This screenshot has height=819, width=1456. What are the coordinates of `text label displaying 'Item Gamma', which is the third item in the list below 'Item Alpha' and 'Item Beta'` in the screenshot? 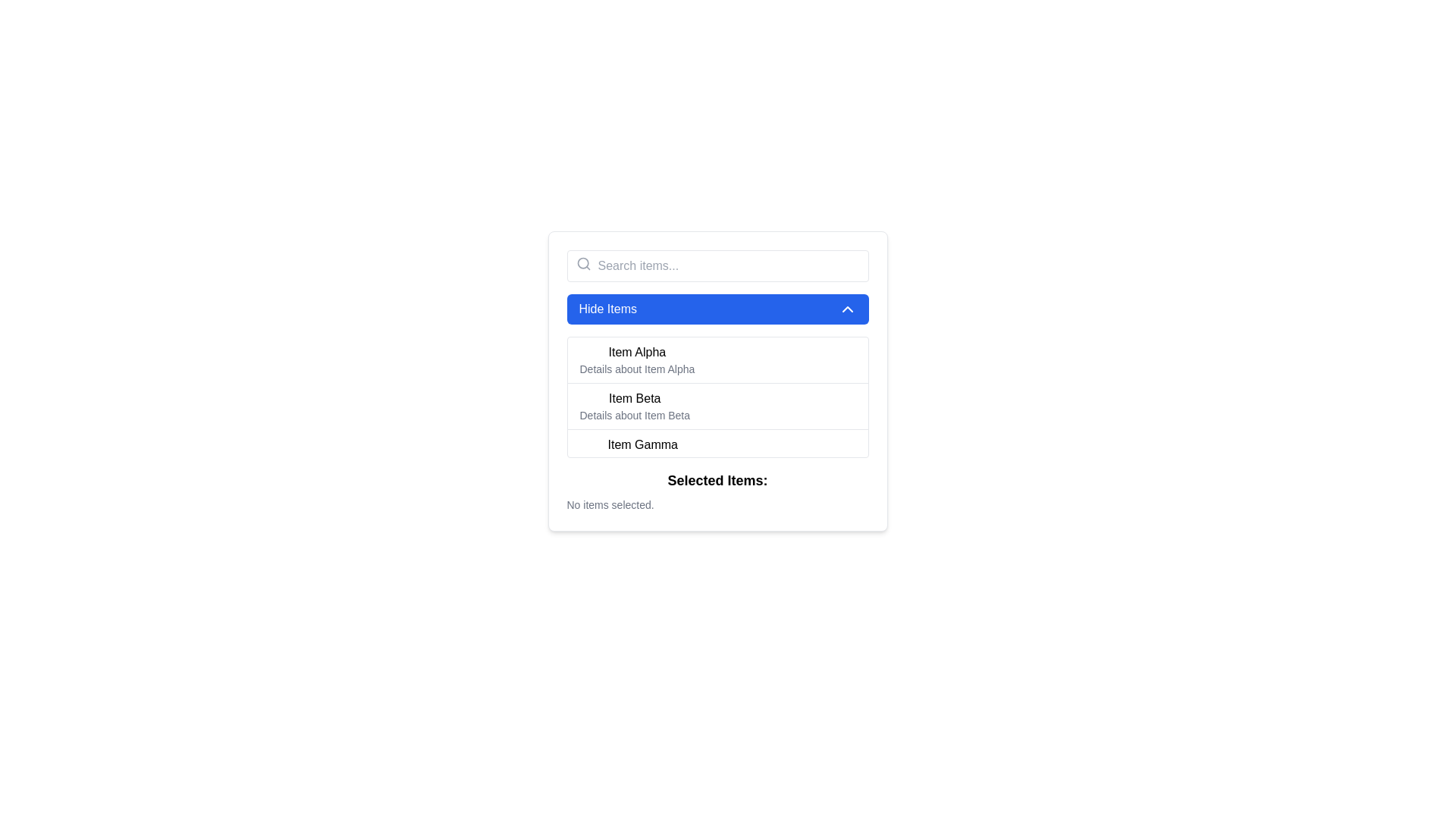 It's located at (642, 444).